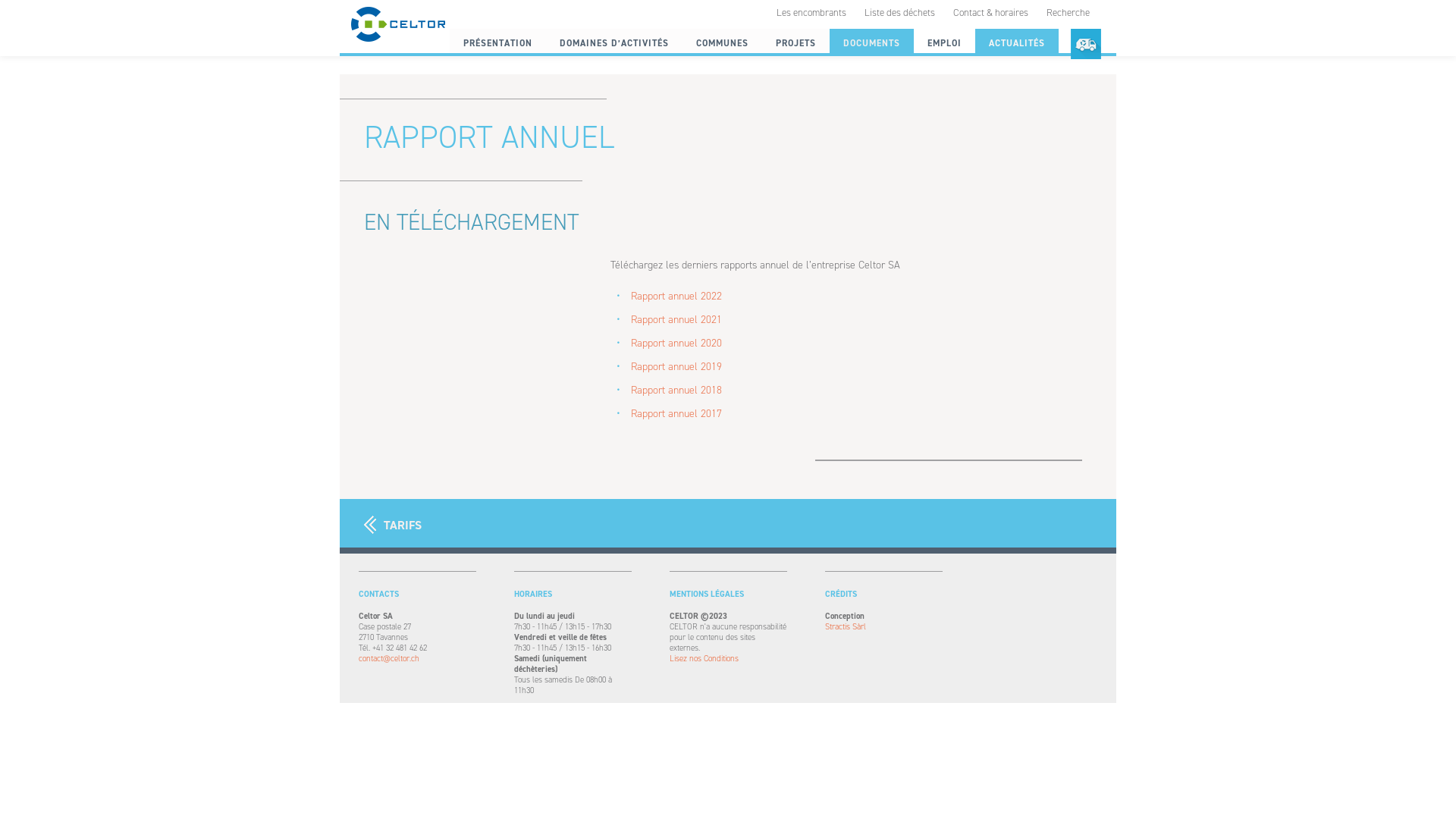 The image size is (1456, 819). What do you see at coordinates (795, 42) in the screenshot?
I see `'PROJETS'` at bounding box center [795, 42].